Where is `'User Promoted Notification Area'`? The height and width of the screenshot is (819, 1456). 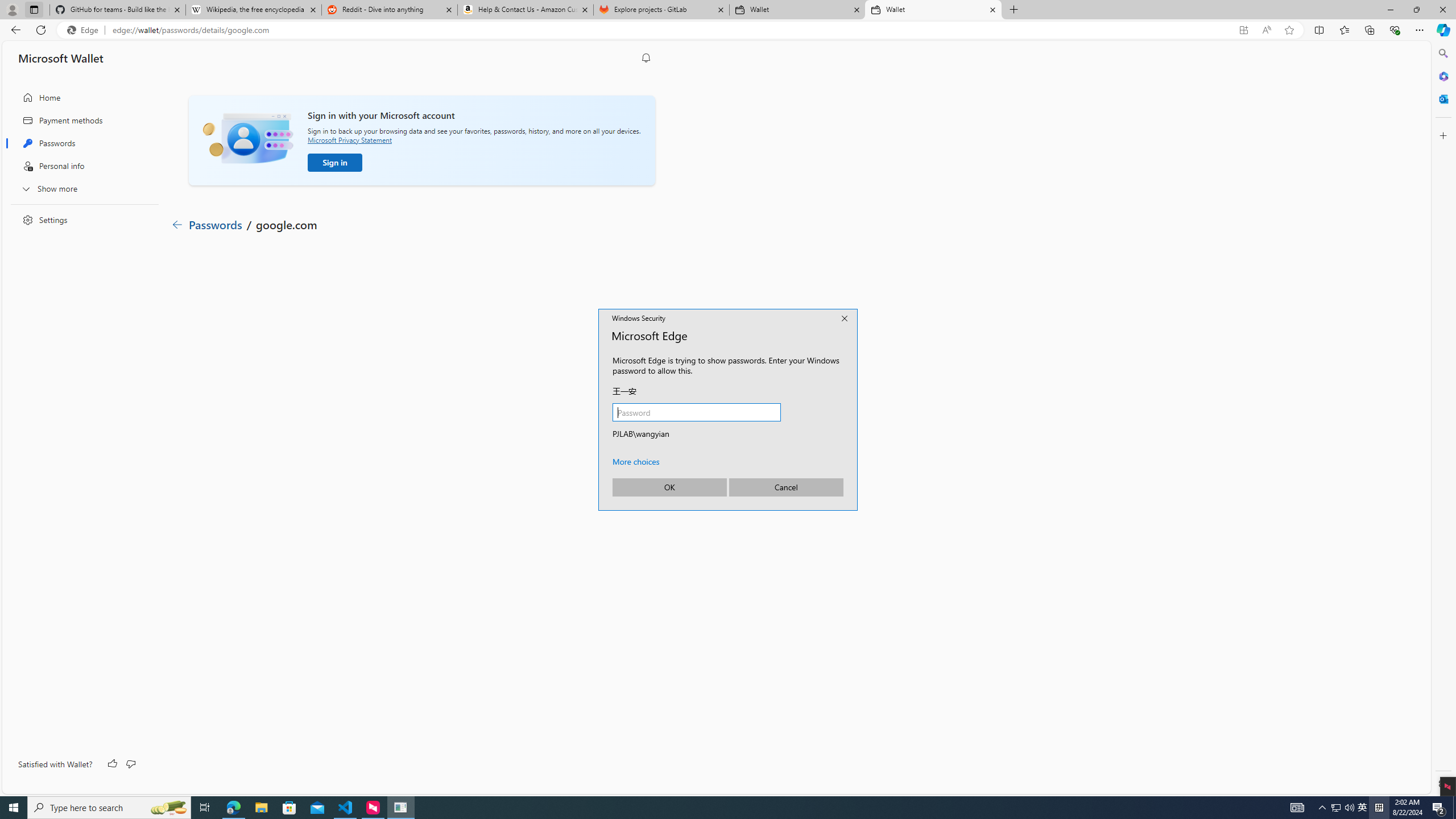
'User Promoted Notification Area' is located at coordinates (1342, 806).